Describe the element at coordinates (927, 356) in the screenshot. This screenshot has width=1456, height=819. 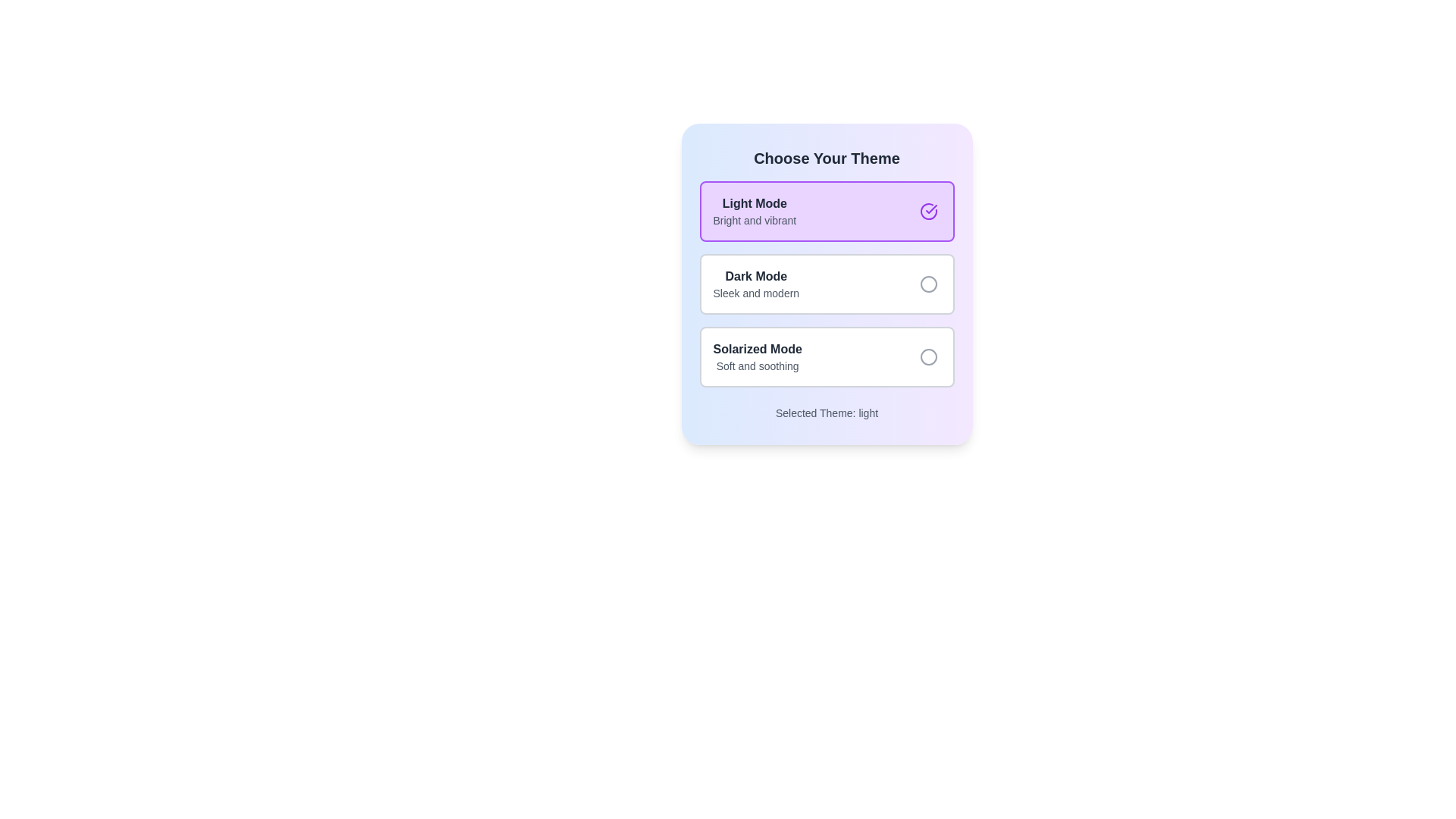
I see `the gray circular outline radio button associated with the label 'Solarized Mode' in the 'Choose Your Theme' panel` at that location.